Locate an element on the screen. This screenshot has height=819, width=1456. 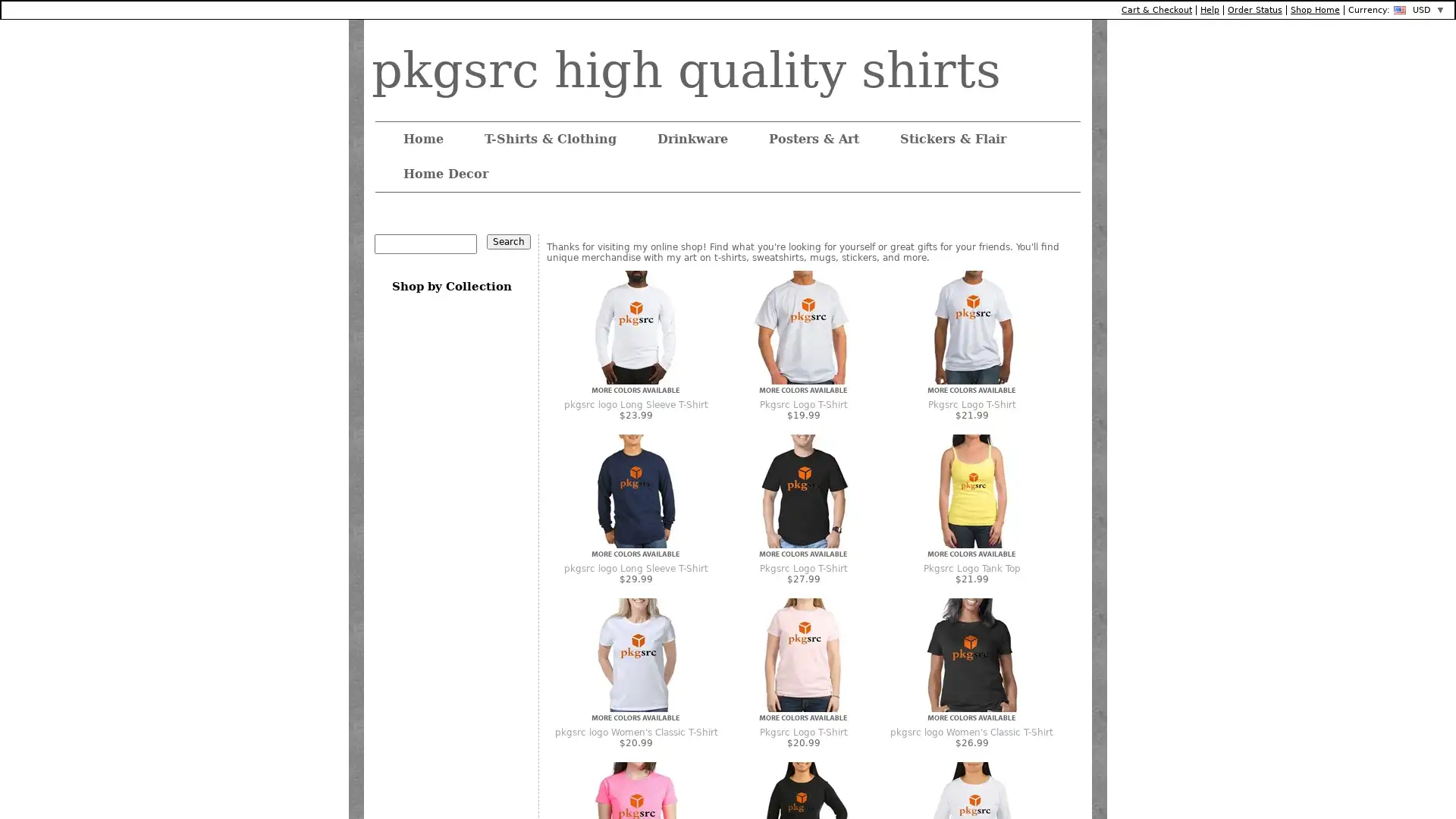
Search is located at coordinates (509, 241).